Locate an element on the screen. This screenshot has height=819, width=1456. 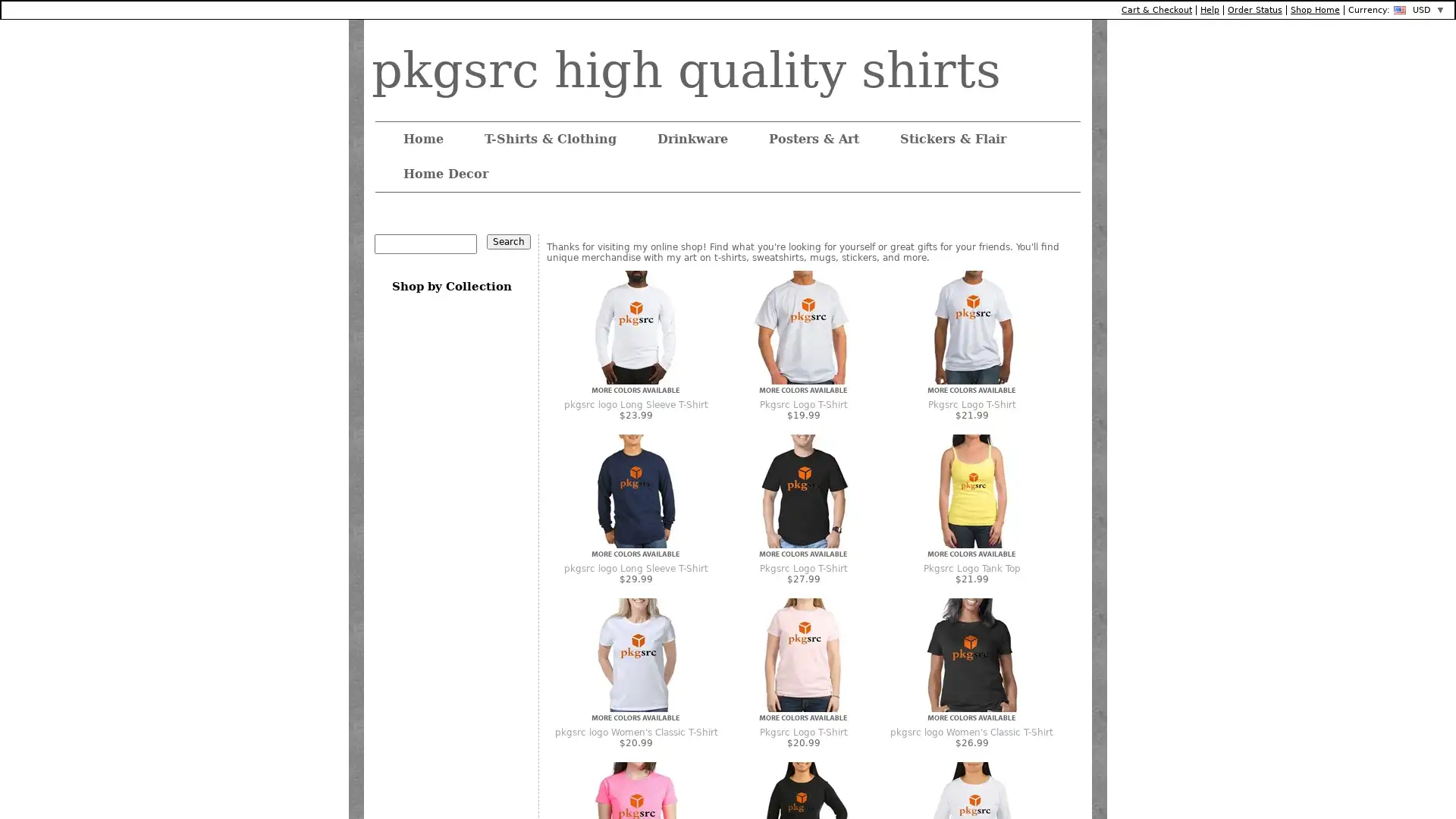
Search is located at coordinates (509, 241).